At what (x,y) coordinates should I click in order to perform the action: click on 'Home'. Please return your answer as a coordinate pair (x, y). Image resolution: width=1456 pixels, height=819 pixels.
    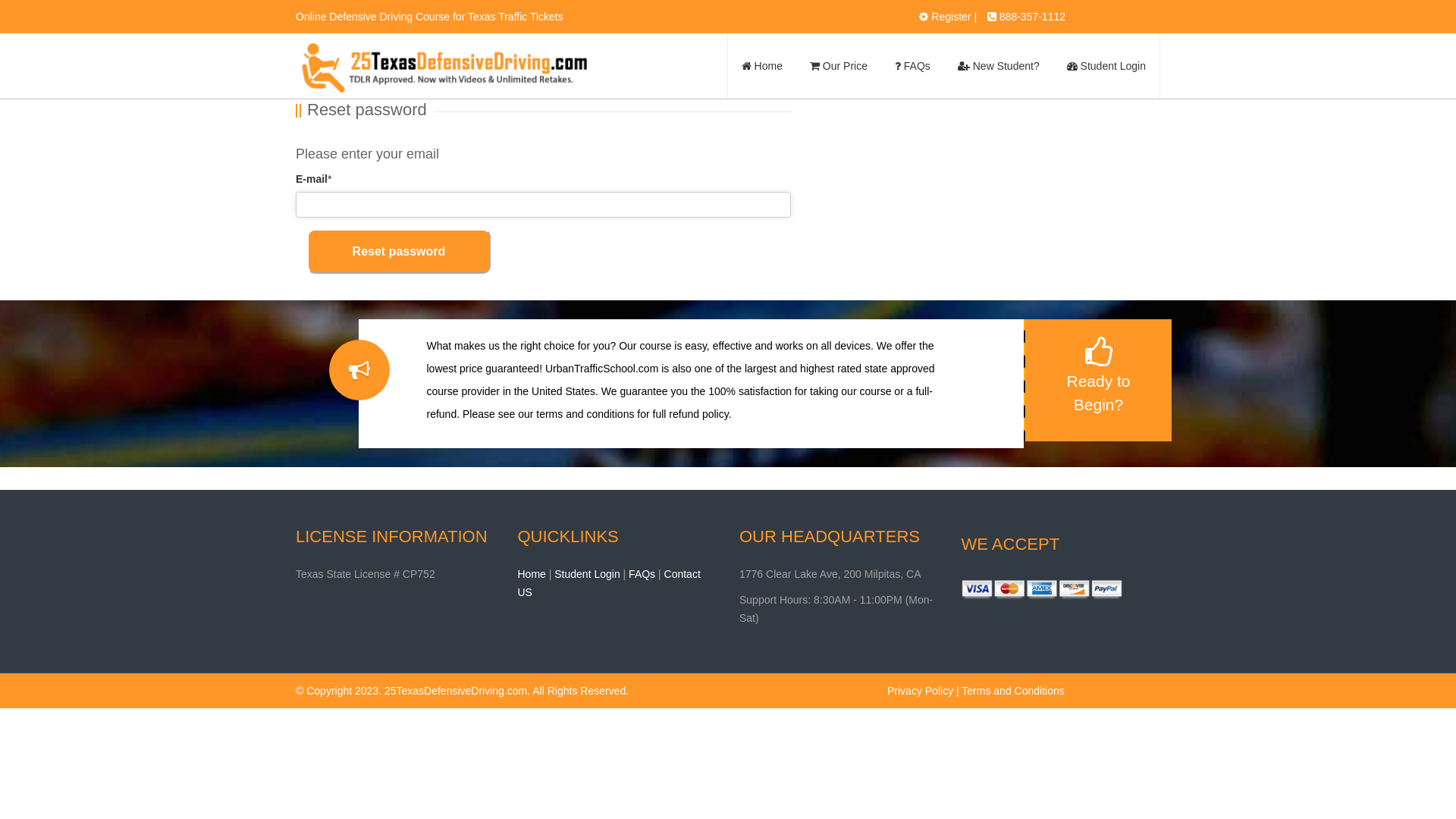
    Looking at the image, I should click on (531, 573).